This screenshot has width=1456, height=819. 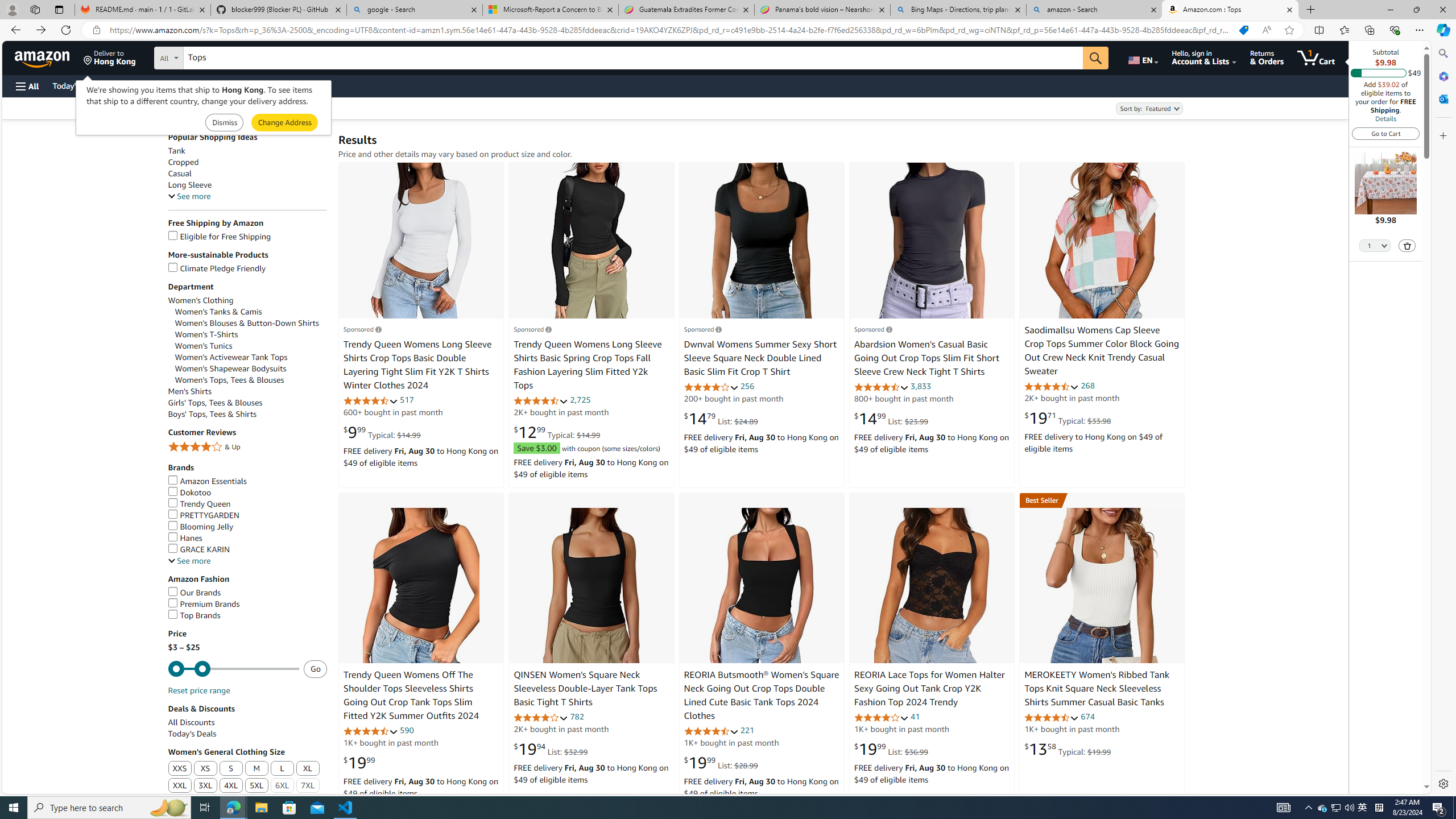 I want to click on 'All Discounts', so click(x=247, y=722).